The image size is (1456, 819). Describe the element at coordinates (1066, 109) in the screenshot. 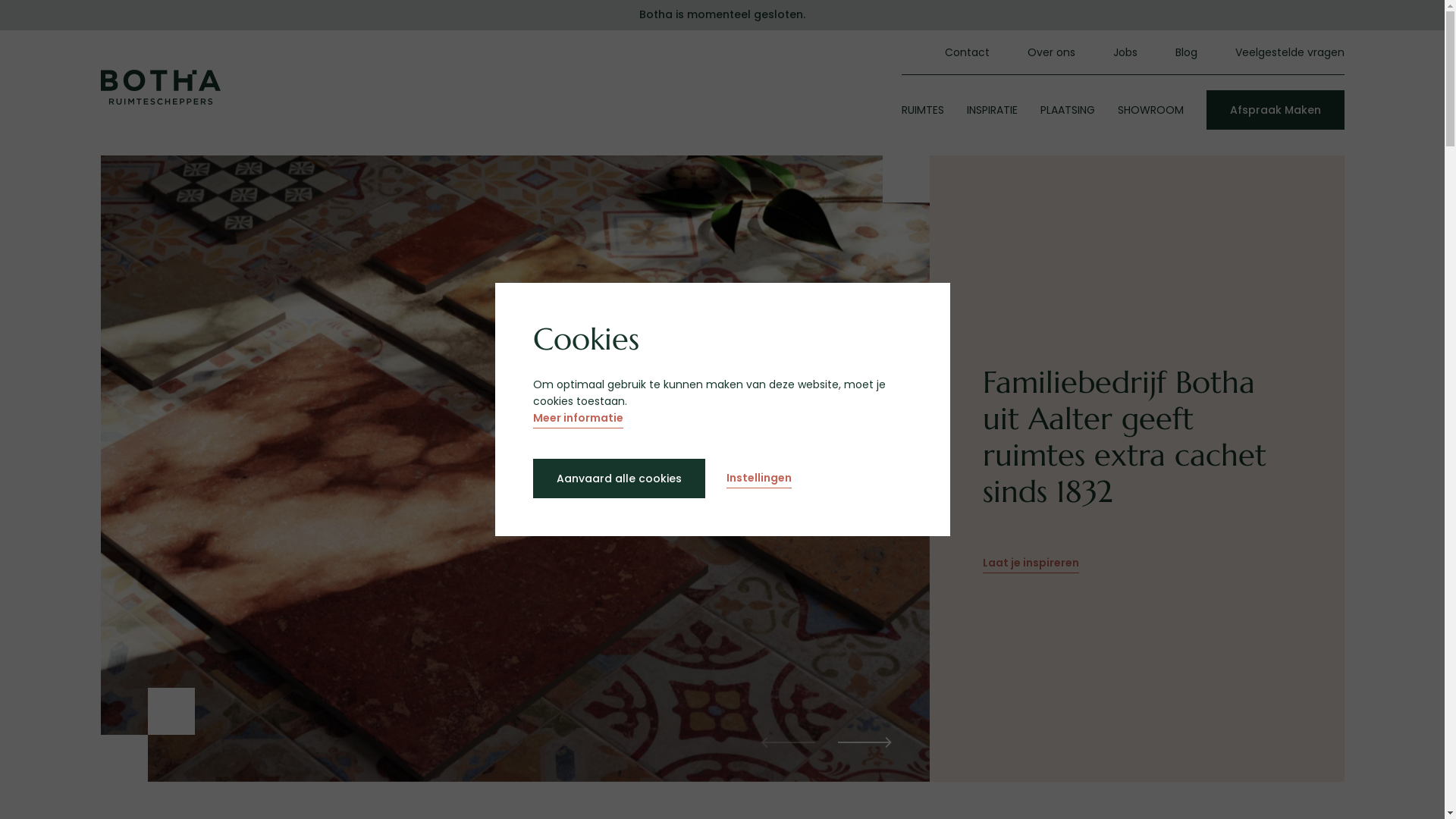

I see `'PLAATSING'` at that location.